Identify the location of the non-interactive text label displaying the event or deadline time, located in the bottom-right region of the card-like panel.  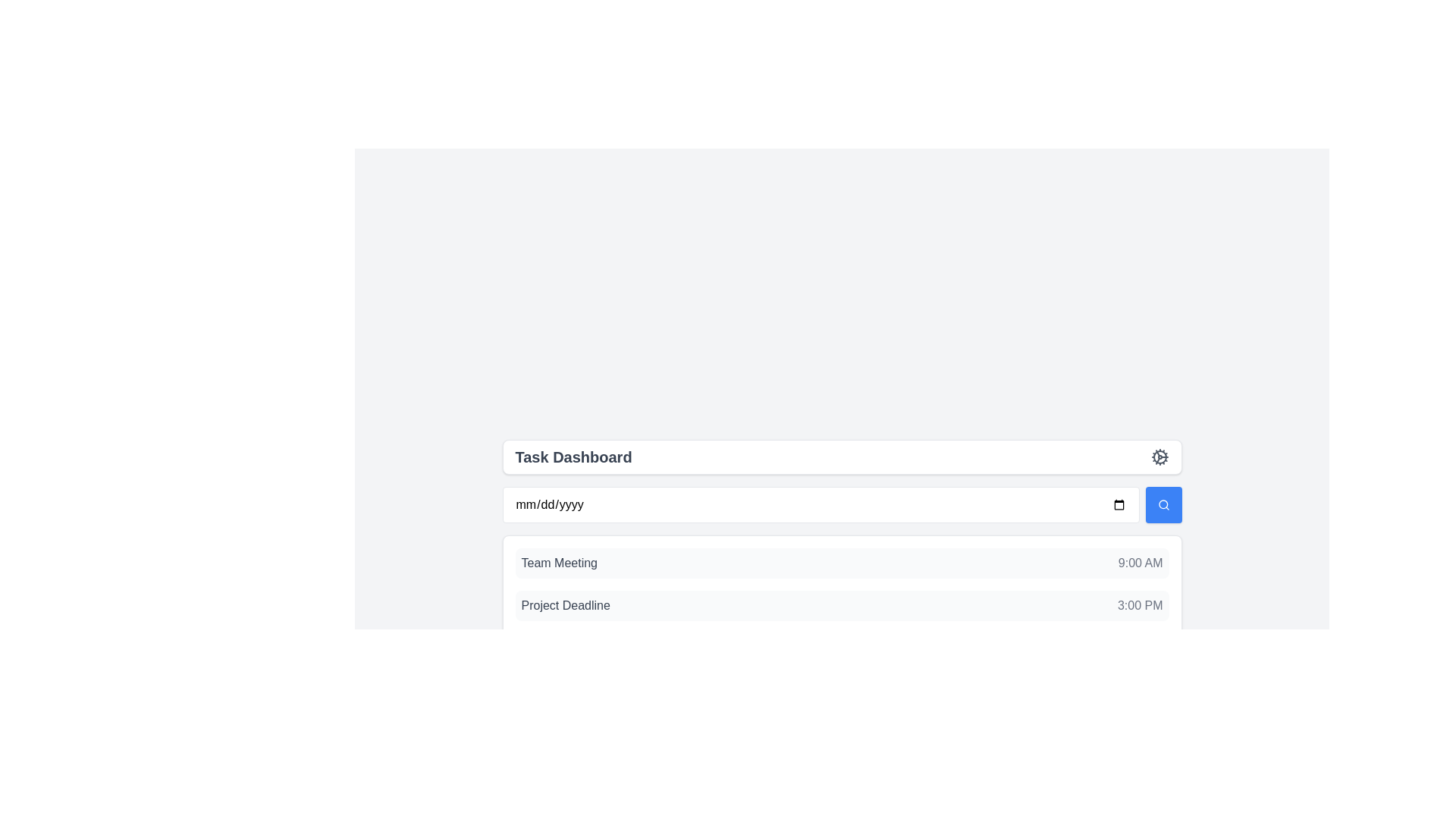
(1140, 604).